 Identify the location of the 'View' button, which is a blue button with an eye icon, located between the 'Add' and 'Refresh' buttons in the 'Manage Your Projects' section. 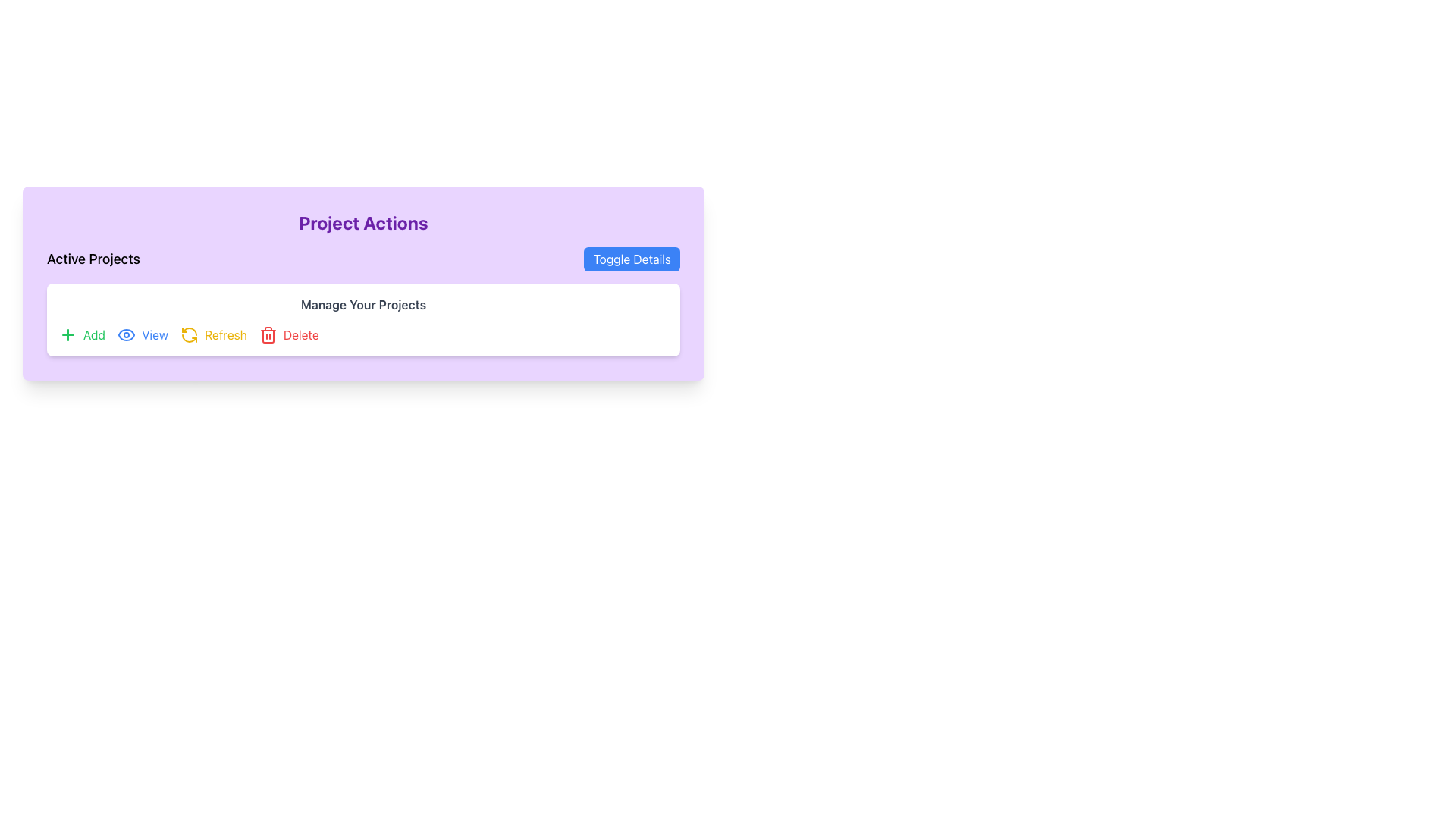
(143, 334).